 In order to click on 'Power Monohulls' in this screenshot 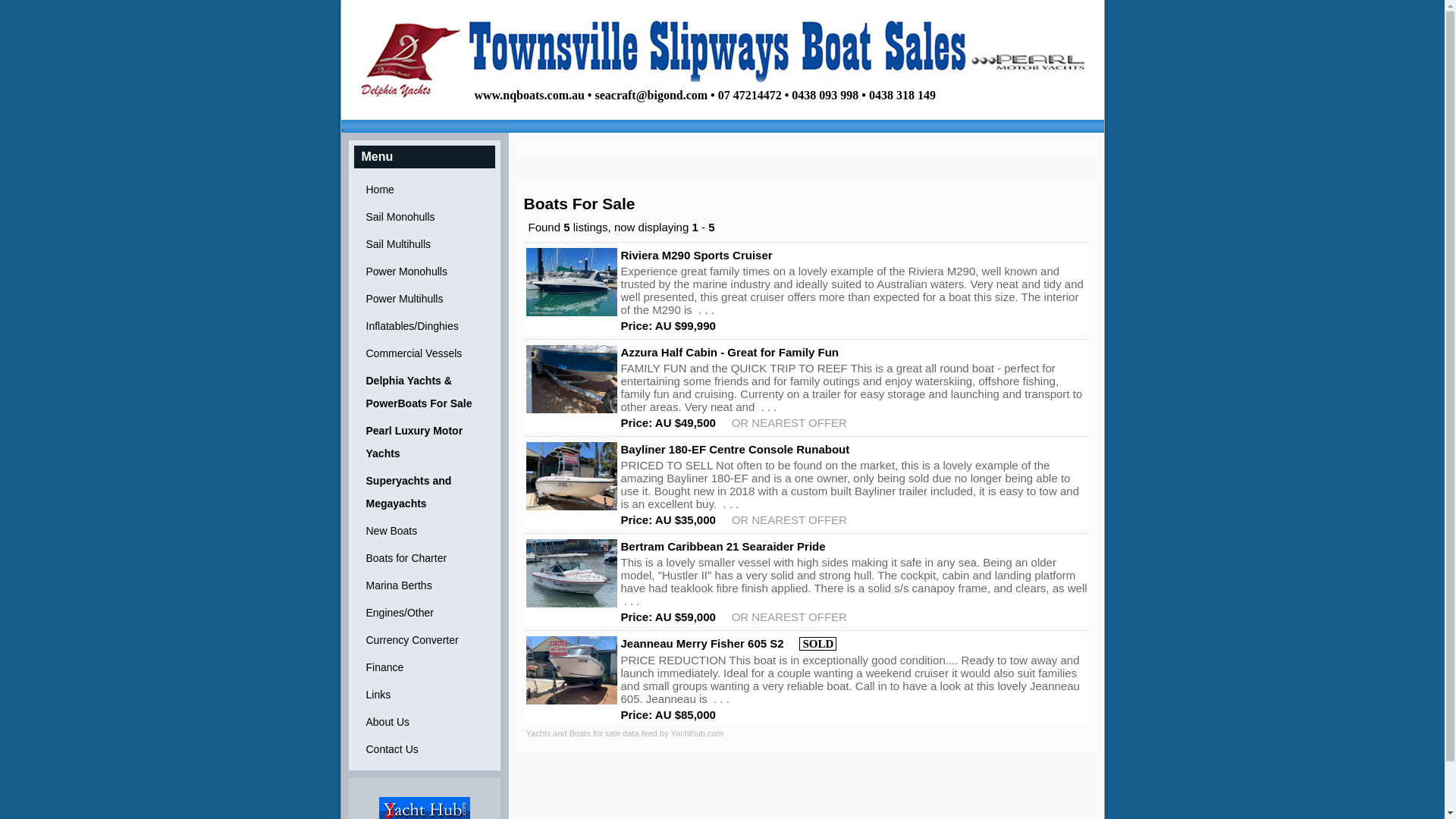, I will do `click(425, 271)`.